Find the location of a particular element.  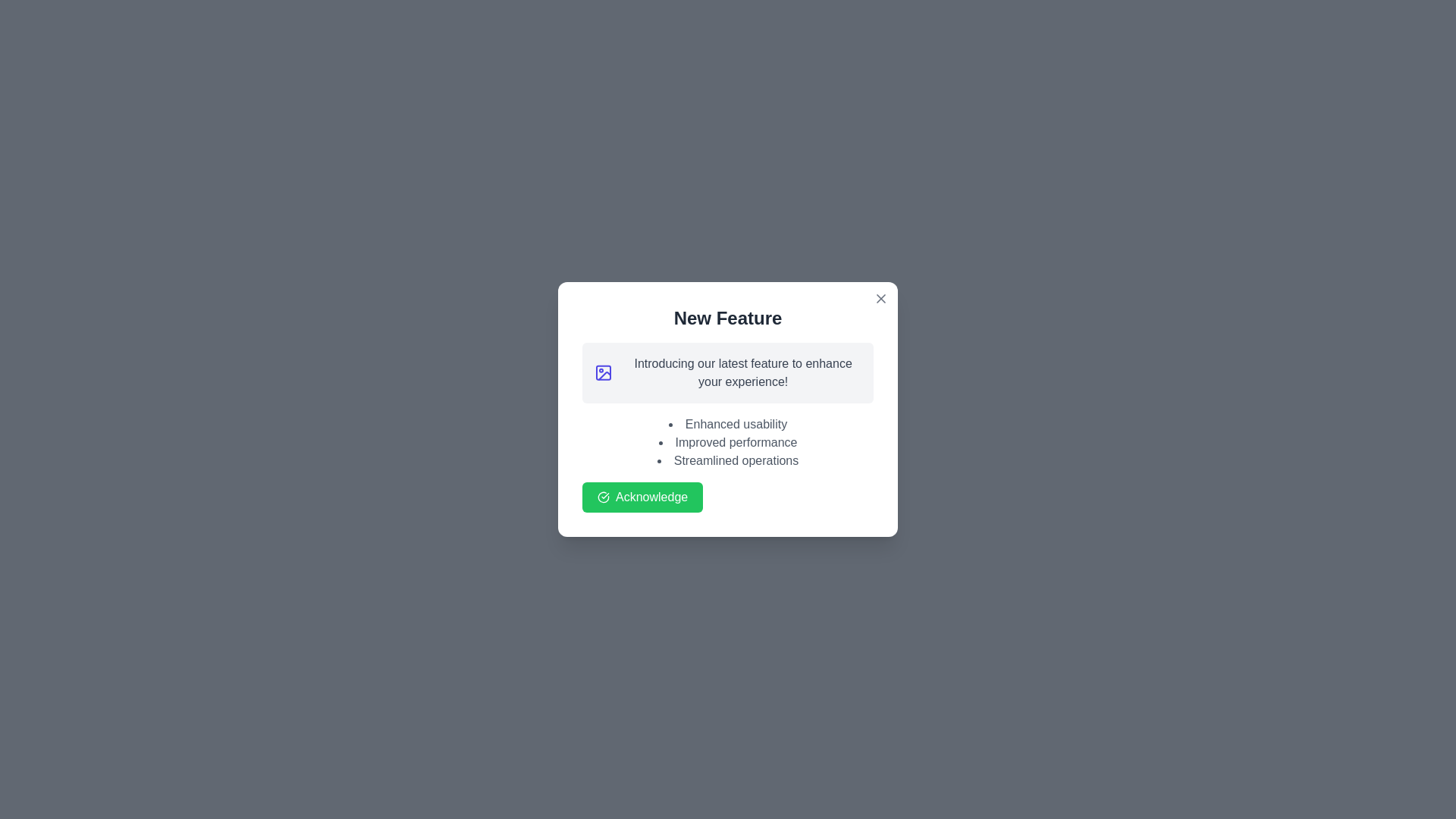

the vibrant green 'Acknowledge' button with a check mark icon to acknowledge the information is located at coordinates (642, 497).